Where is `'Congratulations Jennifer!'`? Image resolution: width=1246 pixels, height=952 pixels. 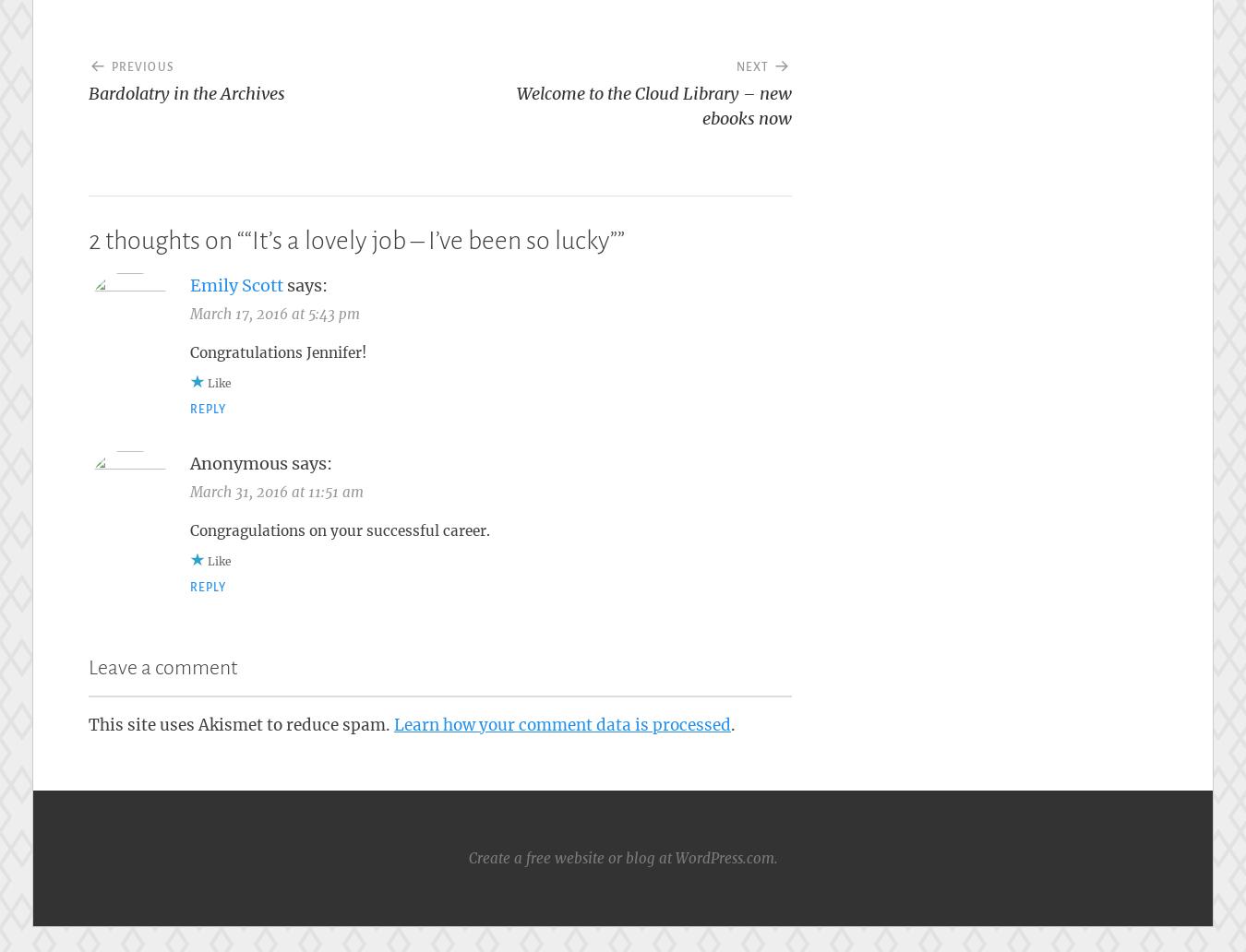 'Congratulations Jennifer!' is located at coordinates (277, 351).